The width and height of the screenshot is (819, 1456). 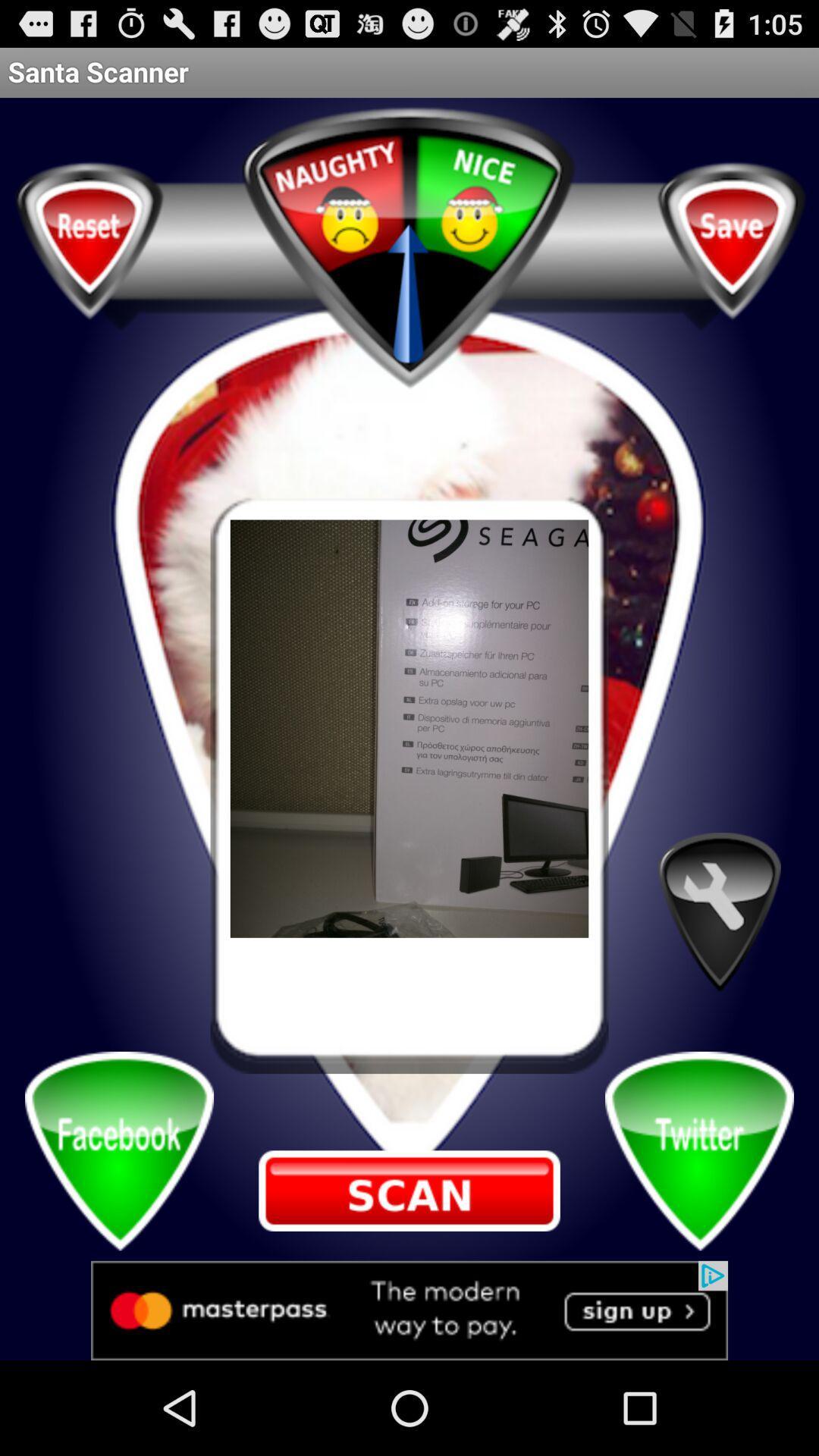 I want to click on the date_range icon, so click(x=409, y=1274).